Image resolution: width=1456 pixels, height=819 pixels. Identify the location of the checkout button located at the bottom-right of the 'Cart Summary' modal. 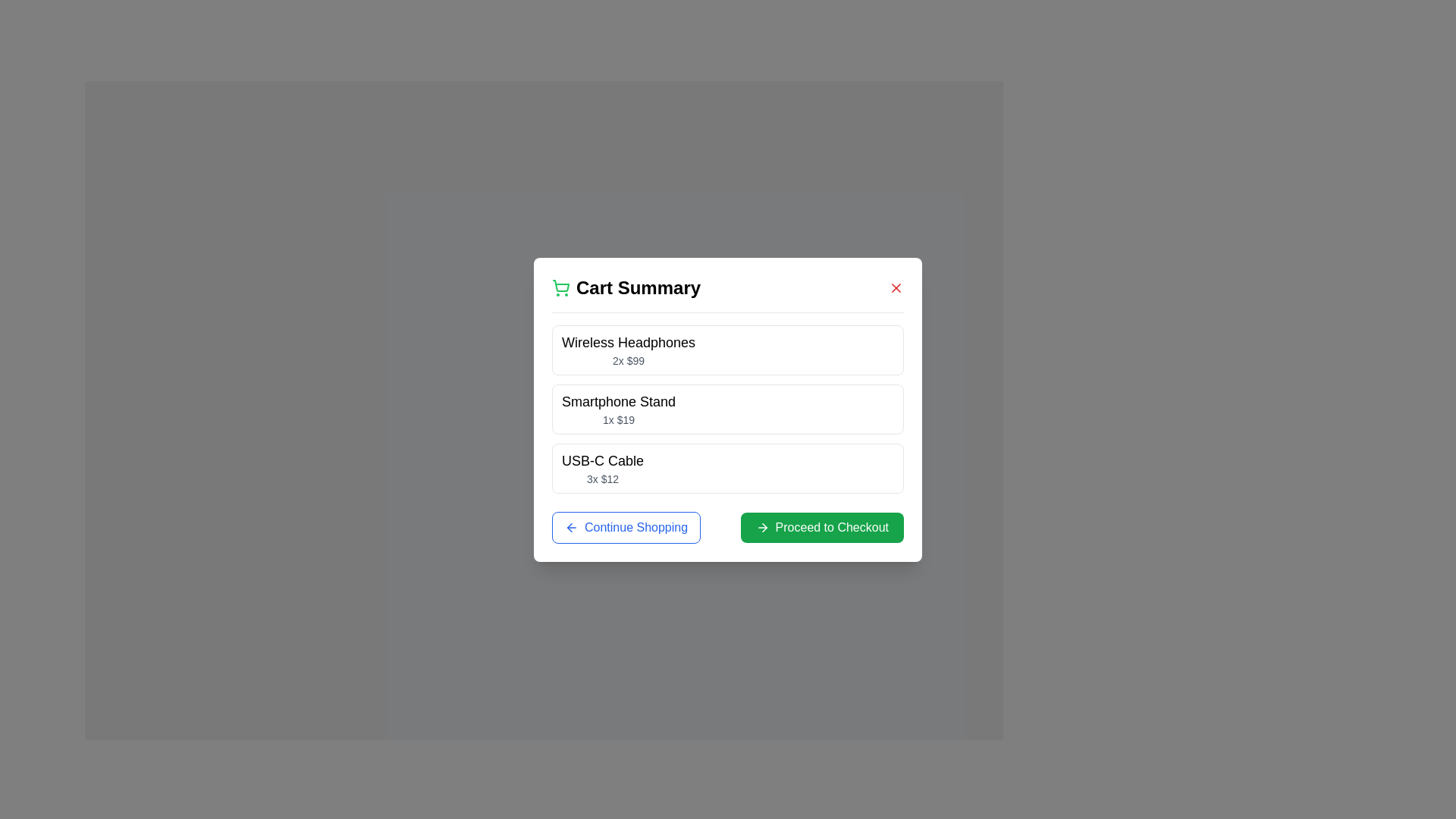
(821, 526).